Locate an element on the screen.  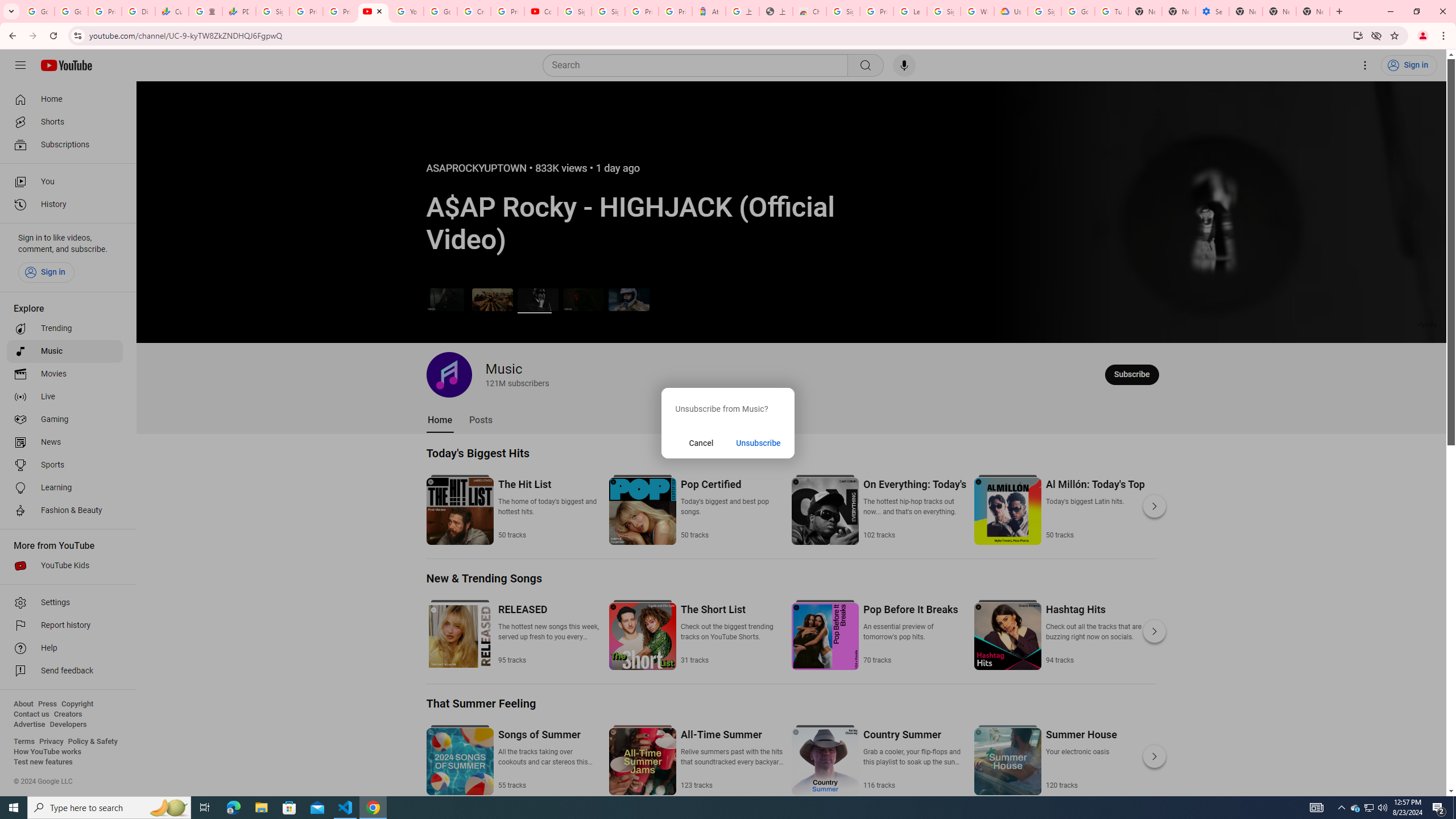
'Contact us' is located at coordinates (31, 714).